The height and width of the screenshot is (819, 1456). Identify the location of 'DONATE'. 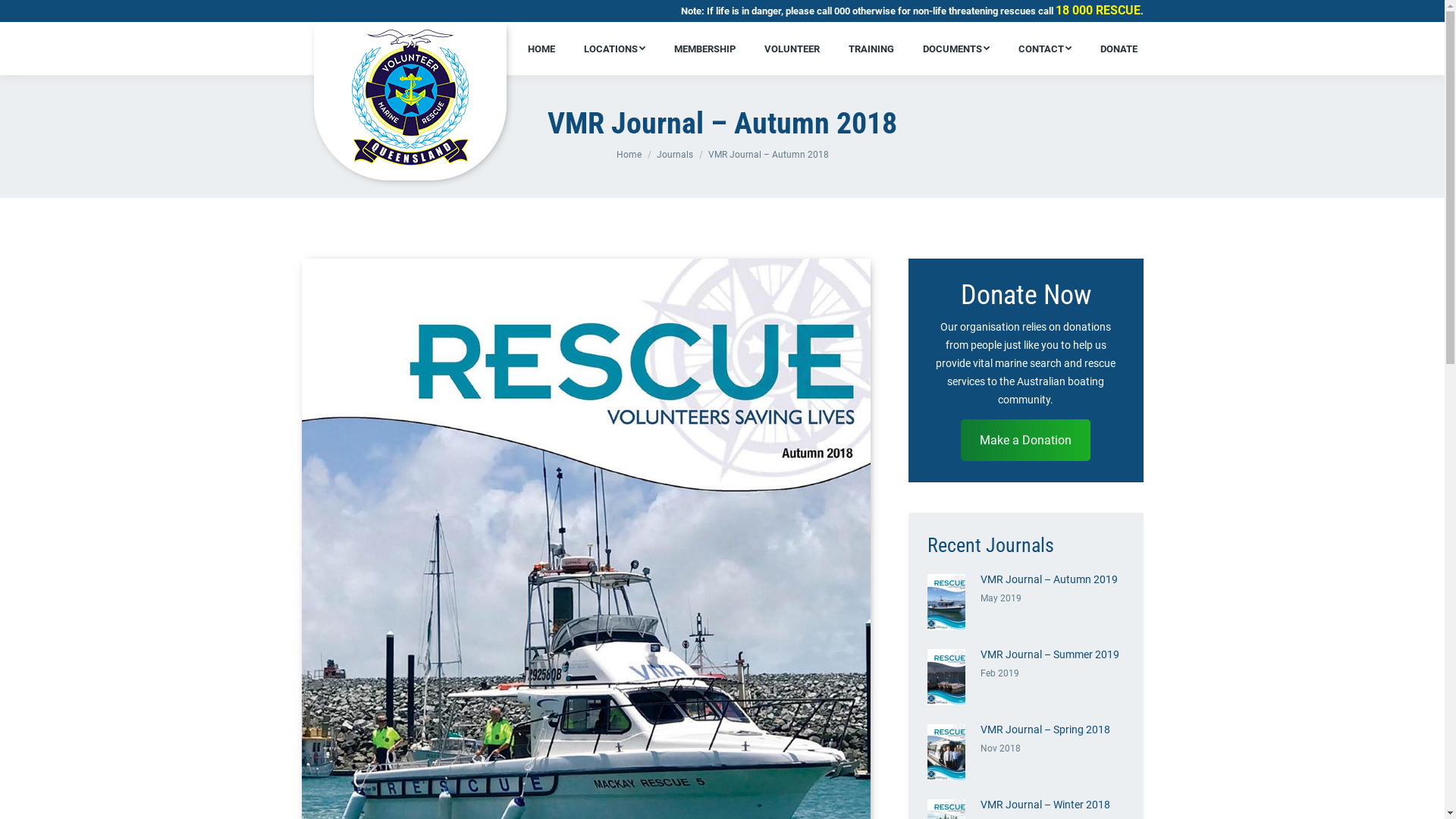
(1119, 48).